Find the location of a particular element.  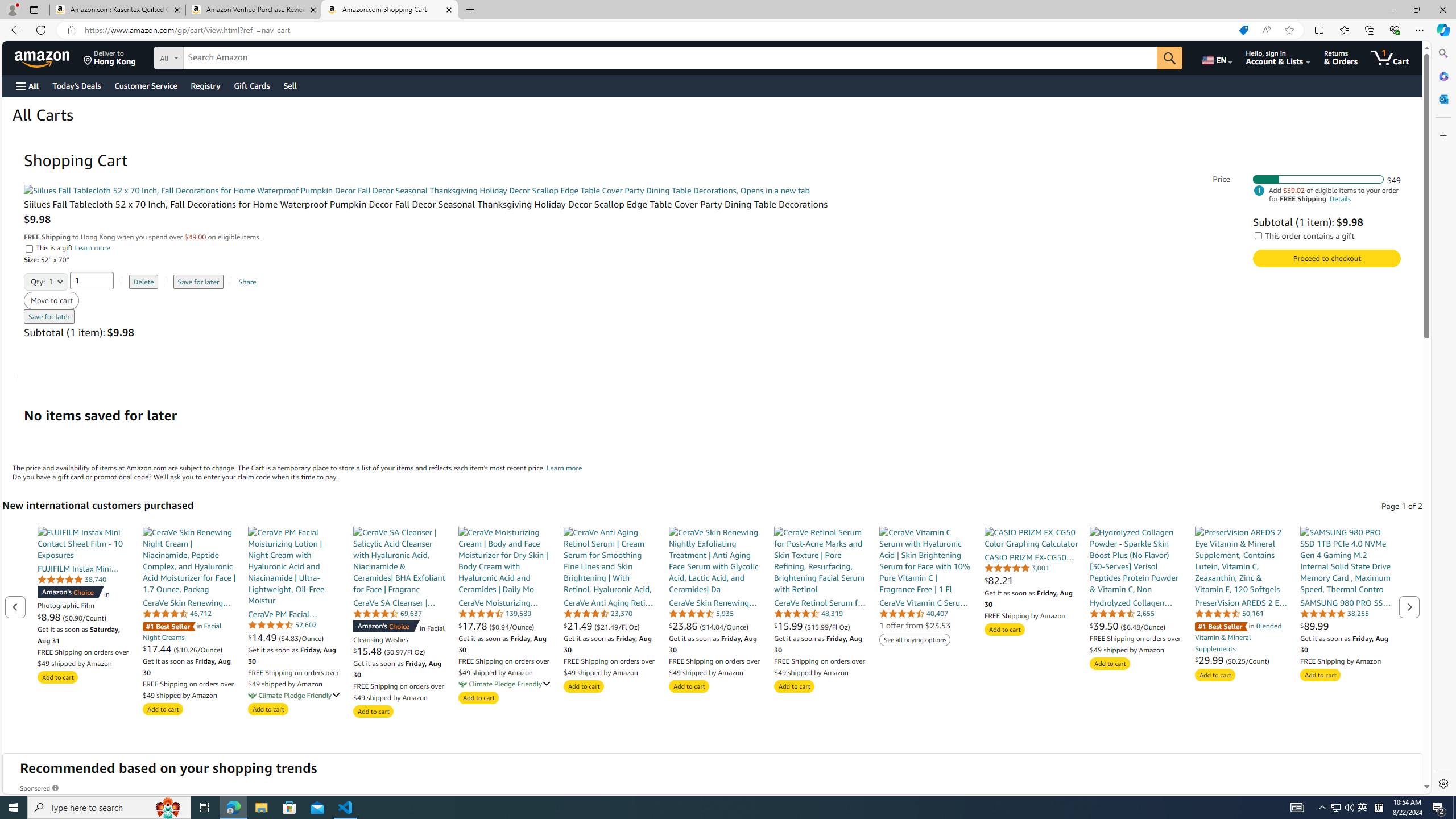

'Open Menu' is located at coordinates (26, 85).